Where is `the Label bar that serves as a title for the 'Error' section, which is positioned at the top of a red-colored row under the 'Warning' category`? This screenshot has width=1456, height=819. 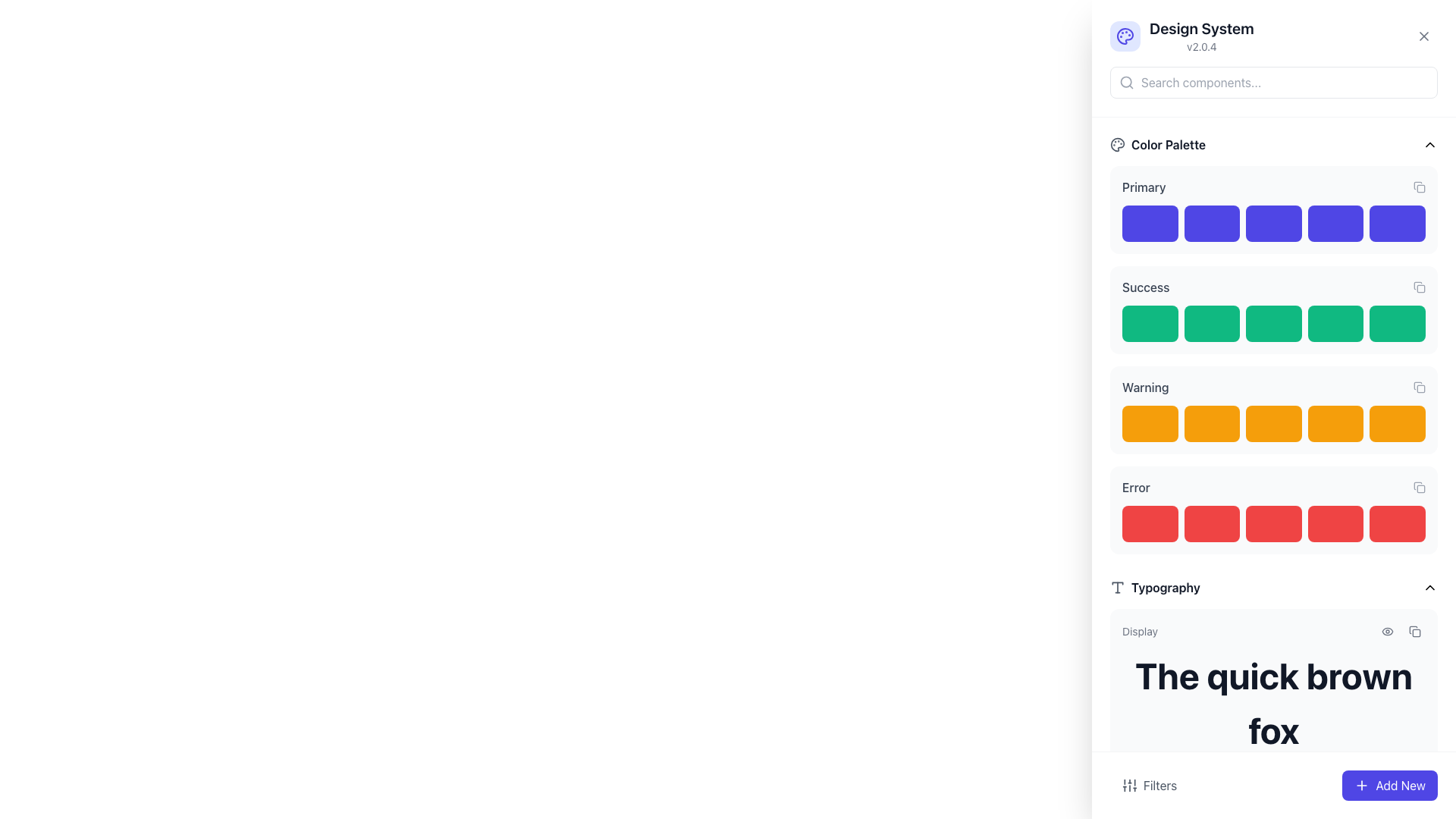 the Label bar that serves as a title for the 'Error' section, which is positioned at the top of a red-colored row under the 'Warning' category is located at coordinates (1274, 488).